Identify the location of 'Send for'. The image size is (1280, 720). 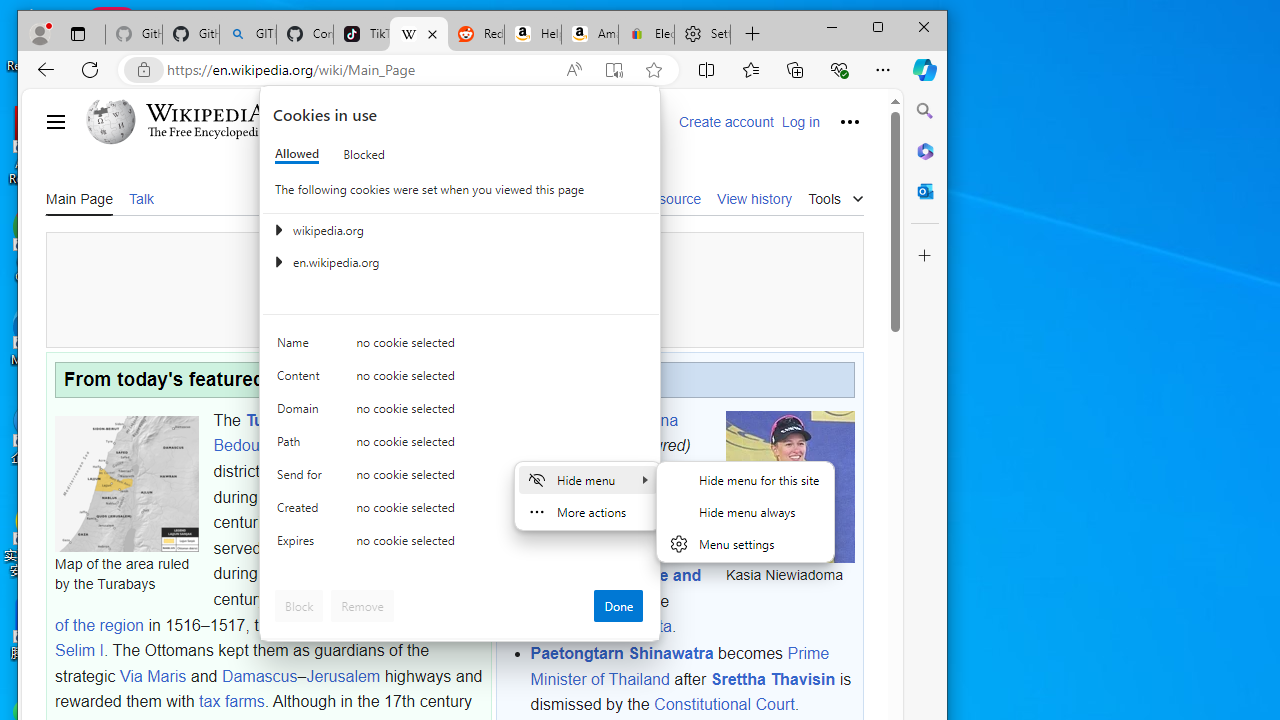
(301, 479).